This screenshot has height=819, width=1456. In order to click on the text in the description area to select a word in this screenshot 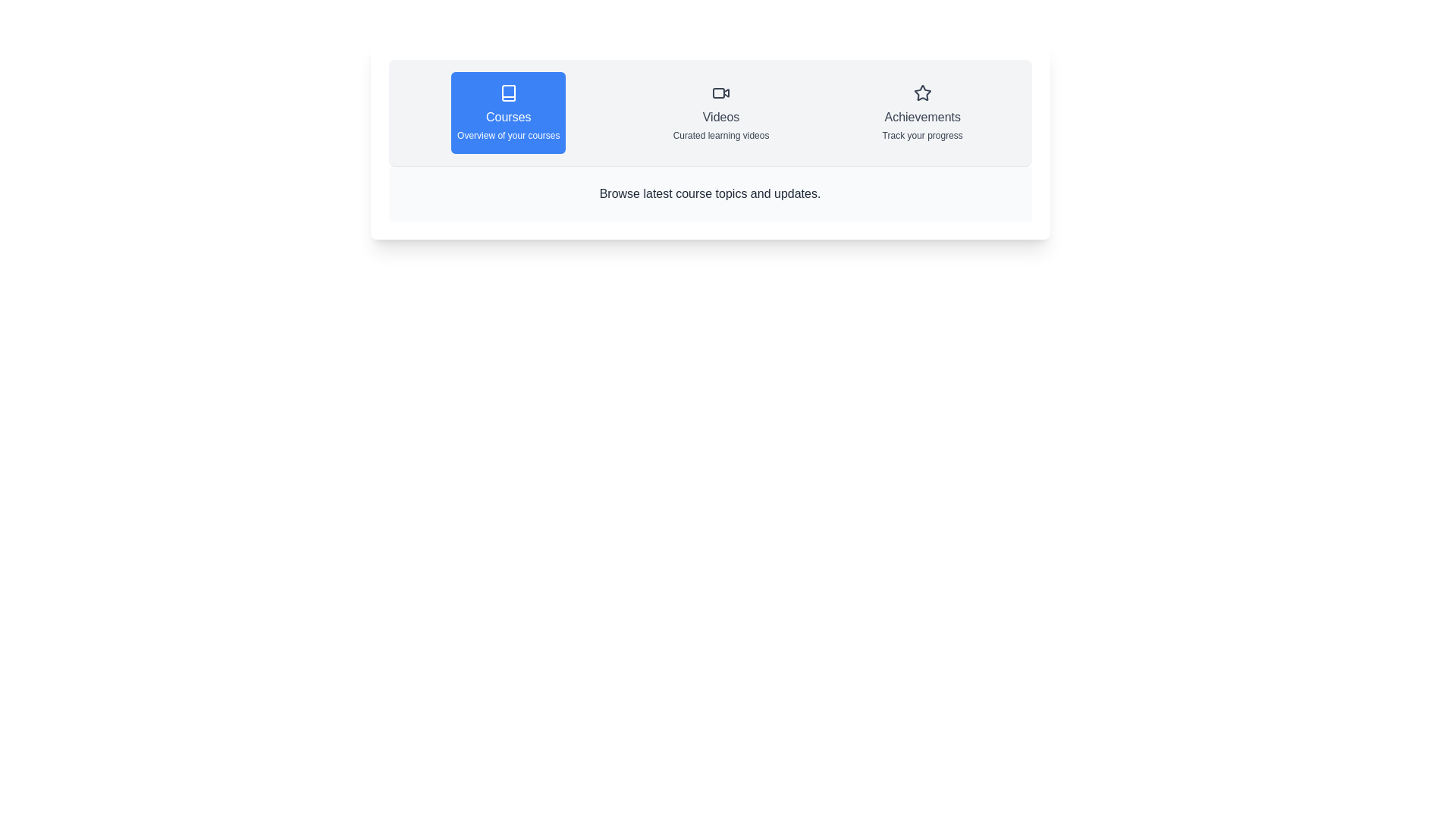, I will do `click(709, 193)`.